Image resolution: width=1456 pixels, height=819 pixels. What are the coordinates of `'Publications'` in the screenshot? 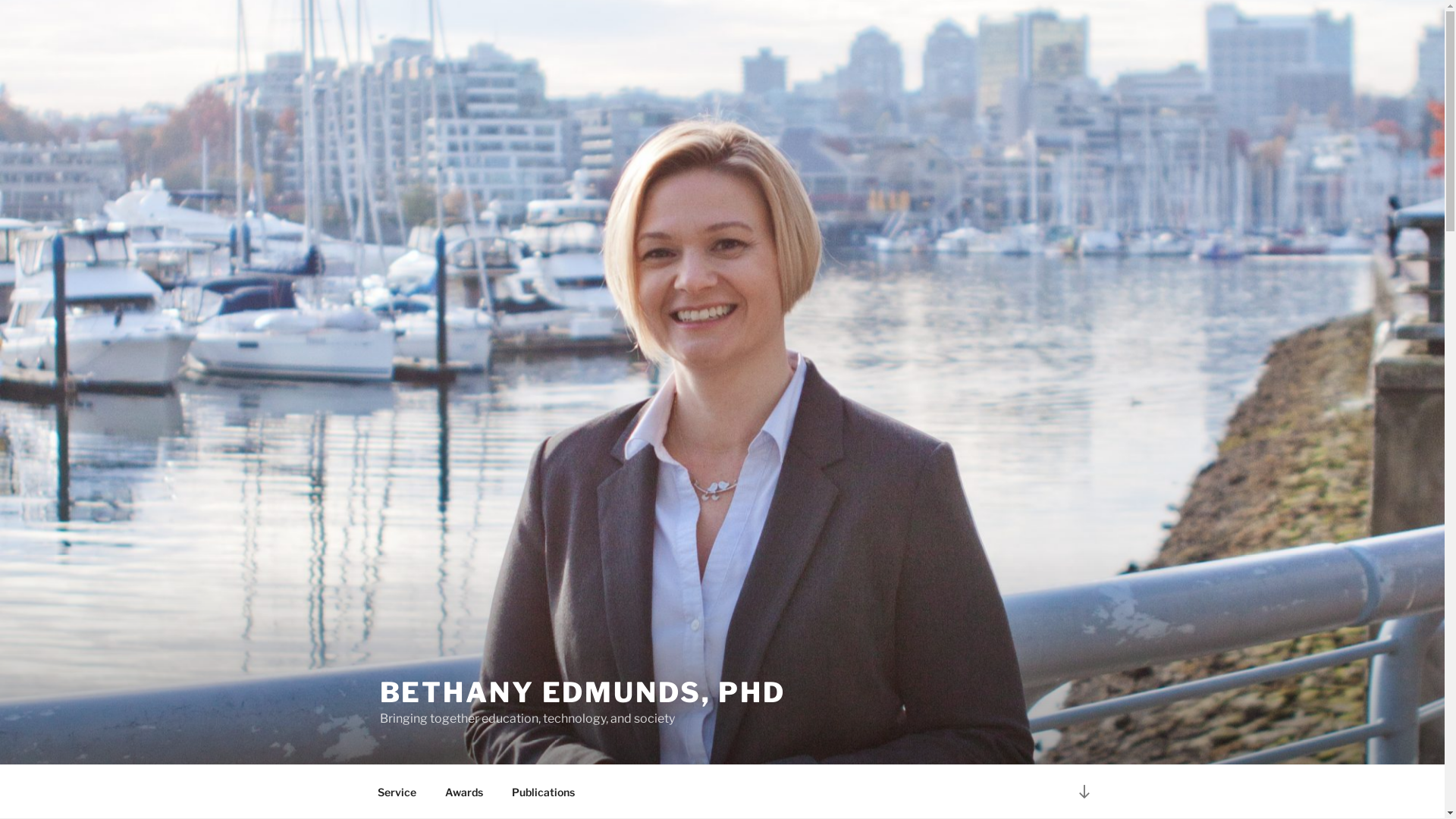 It's located at (543, 791).